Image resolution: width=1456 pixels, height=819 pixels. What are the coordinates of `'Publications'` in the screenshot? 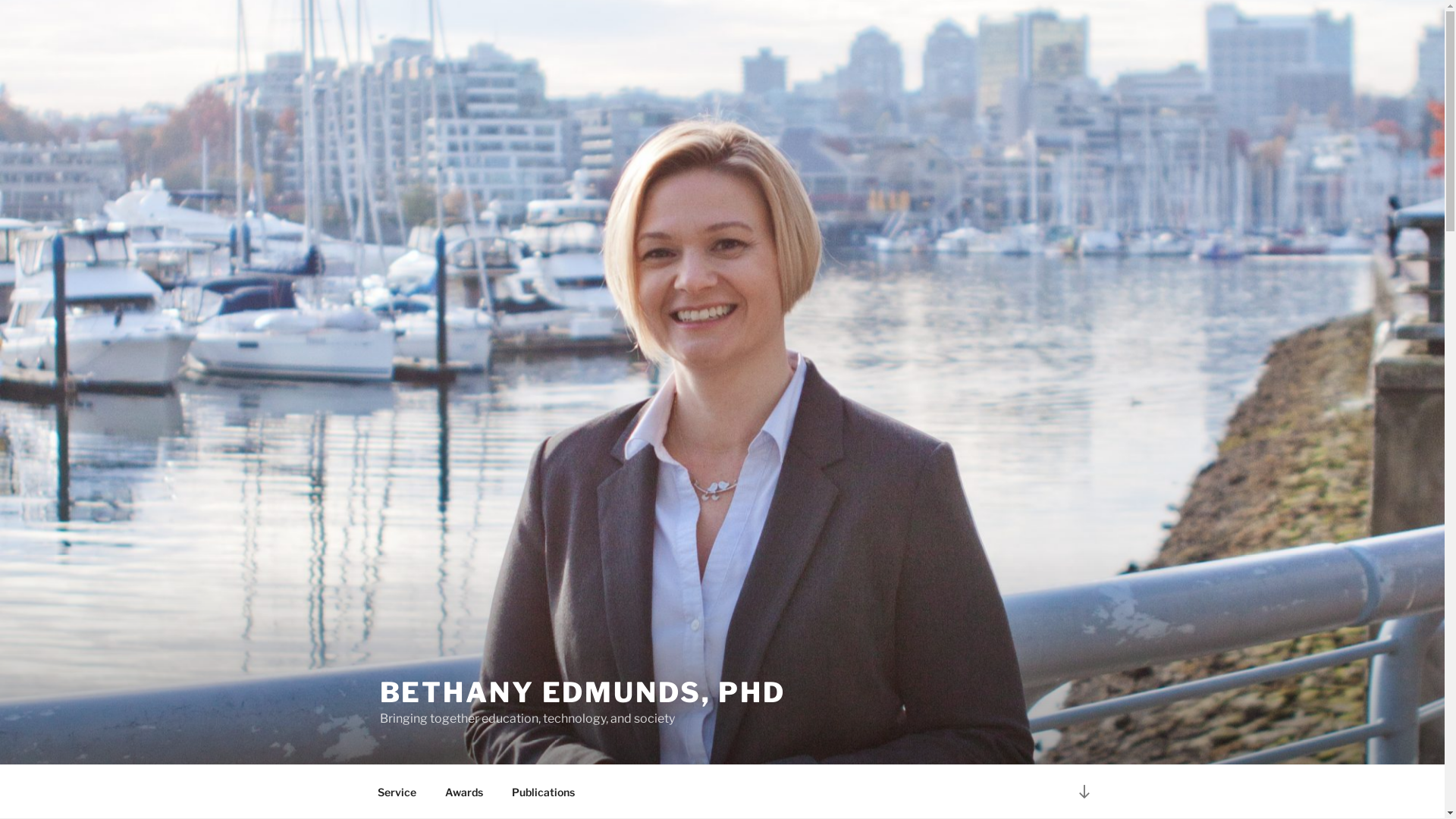 It's located at (543, 791).